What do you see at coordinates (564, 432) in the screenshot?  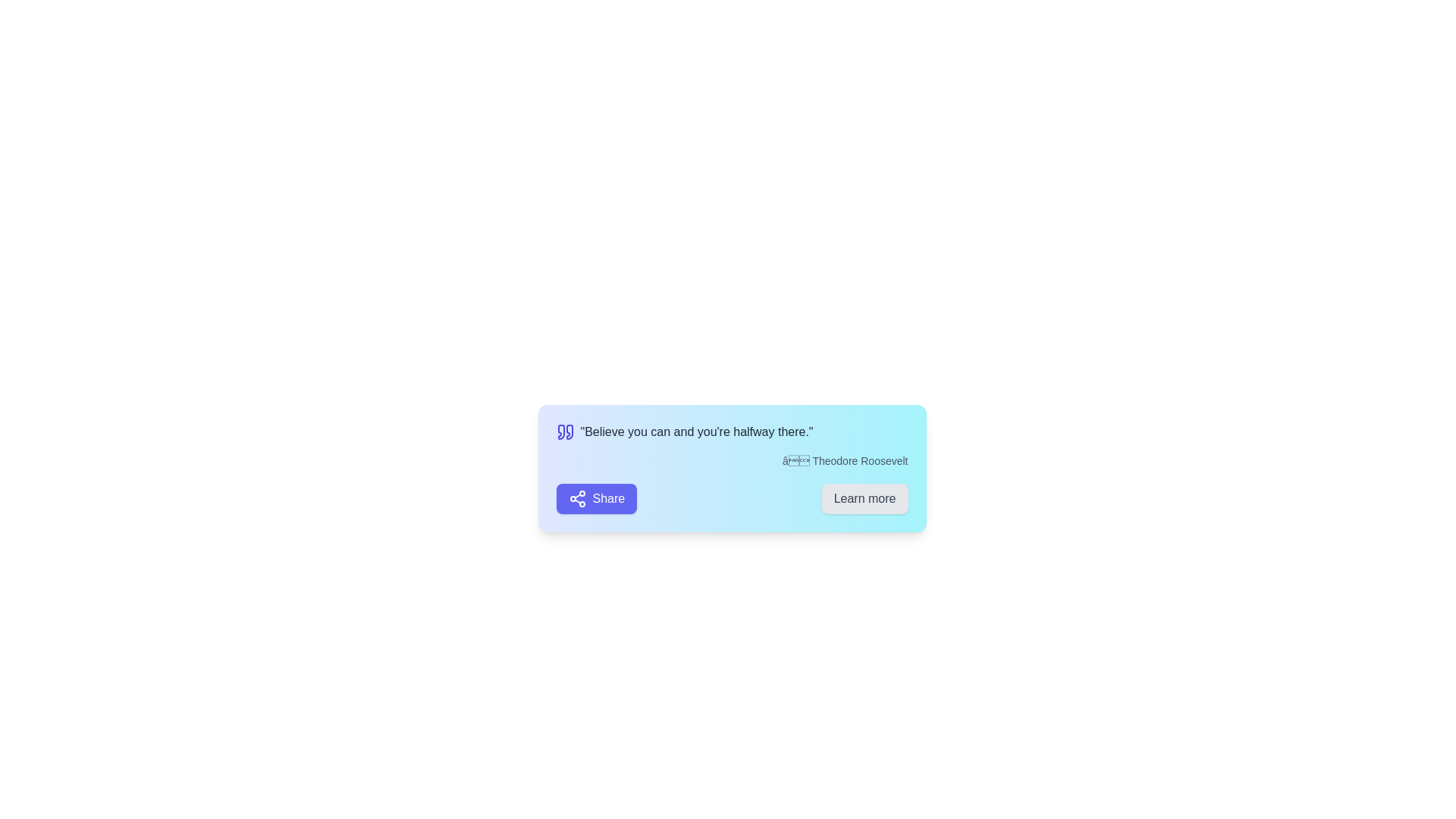 I see `the indigo quotation mark icon located to the left of the quote text 'Believe you can and you're halfway there.'` at bounding box center [564, 432].